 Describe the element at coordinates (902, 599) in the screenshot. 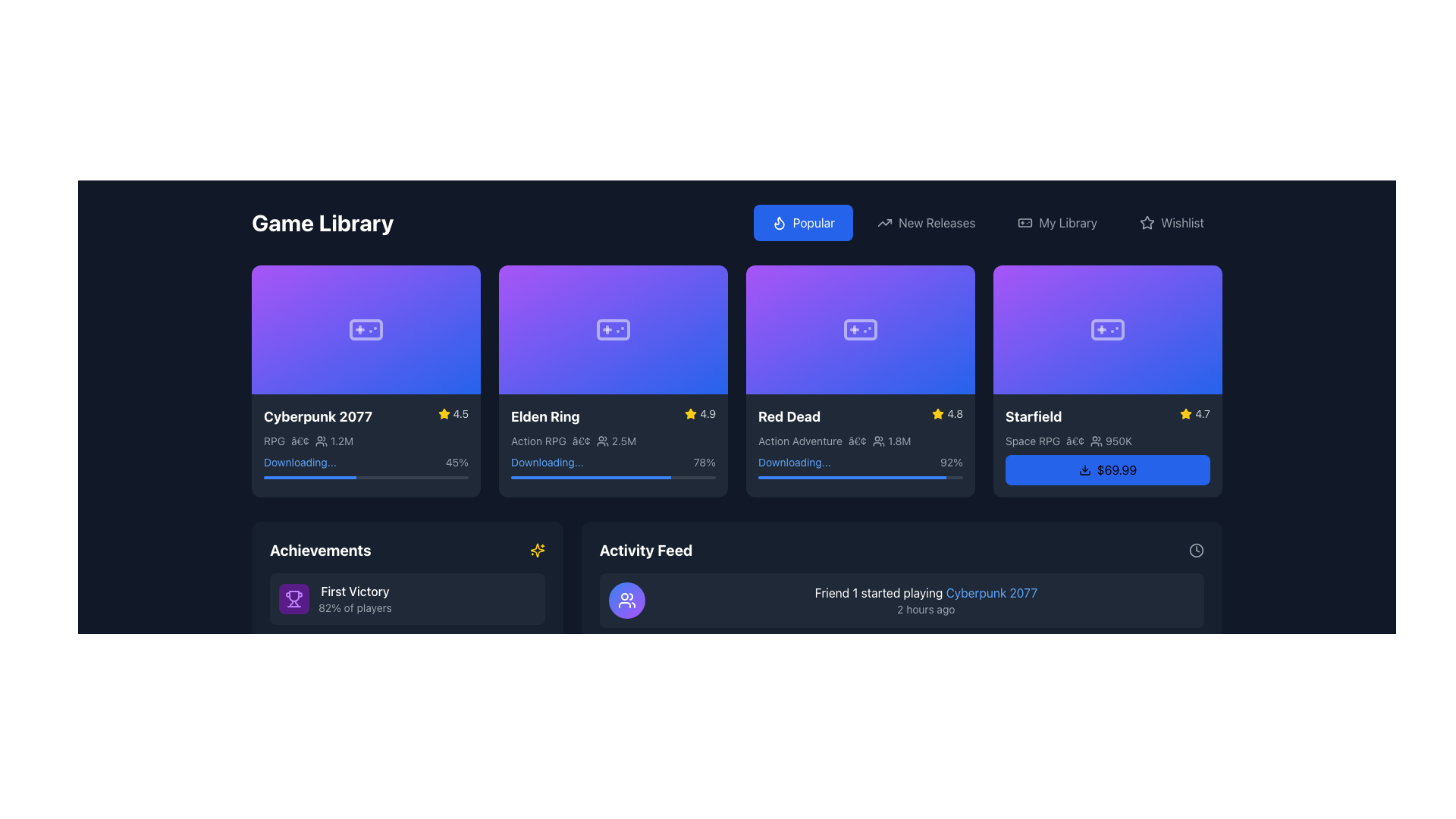

I see `the game name in the Notification element that shows a friend's recent gaming activity to learn more` at that location.